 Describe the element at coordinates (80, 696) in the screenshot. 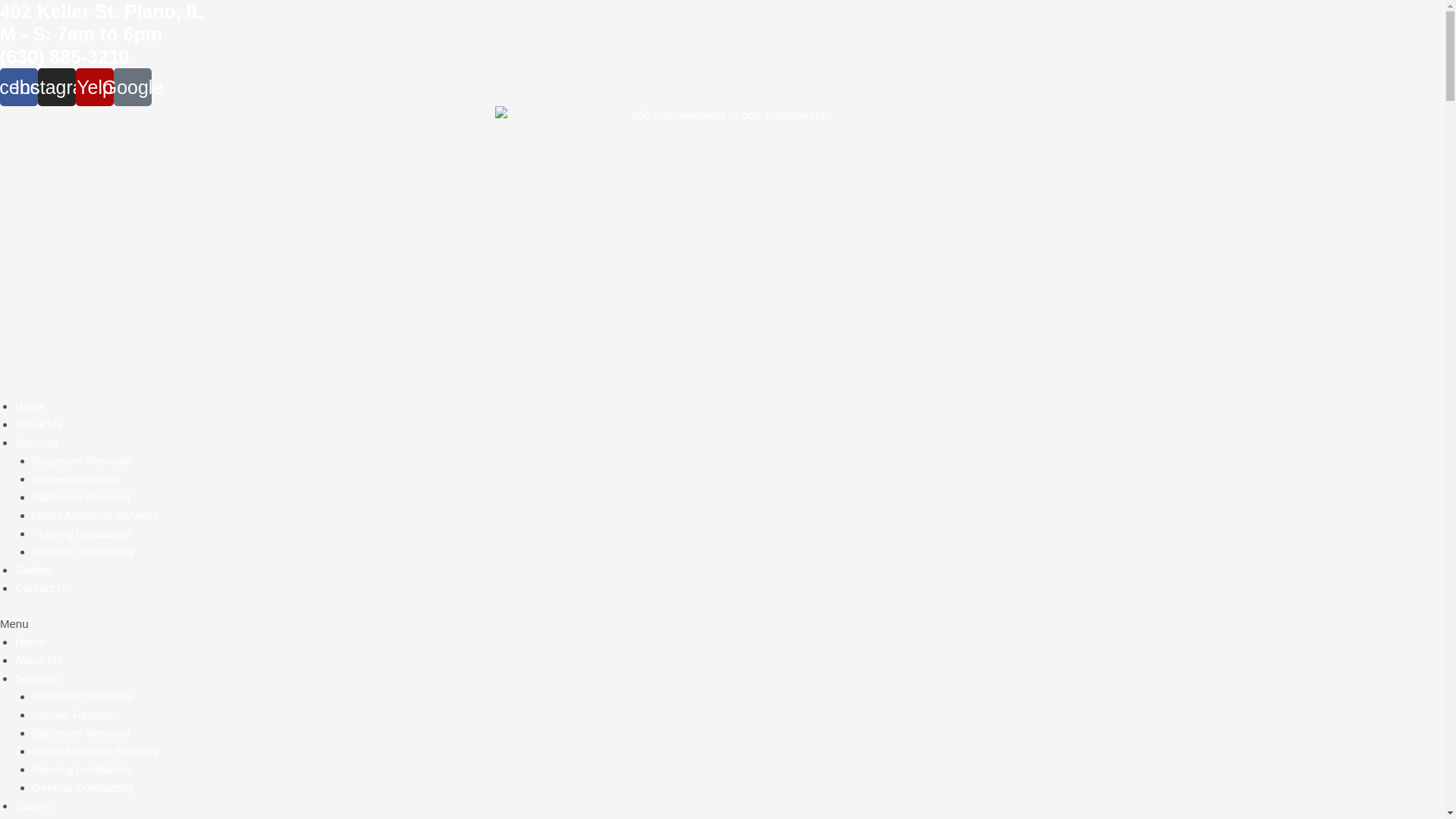

I see `'Basement Remodel'` at that location.